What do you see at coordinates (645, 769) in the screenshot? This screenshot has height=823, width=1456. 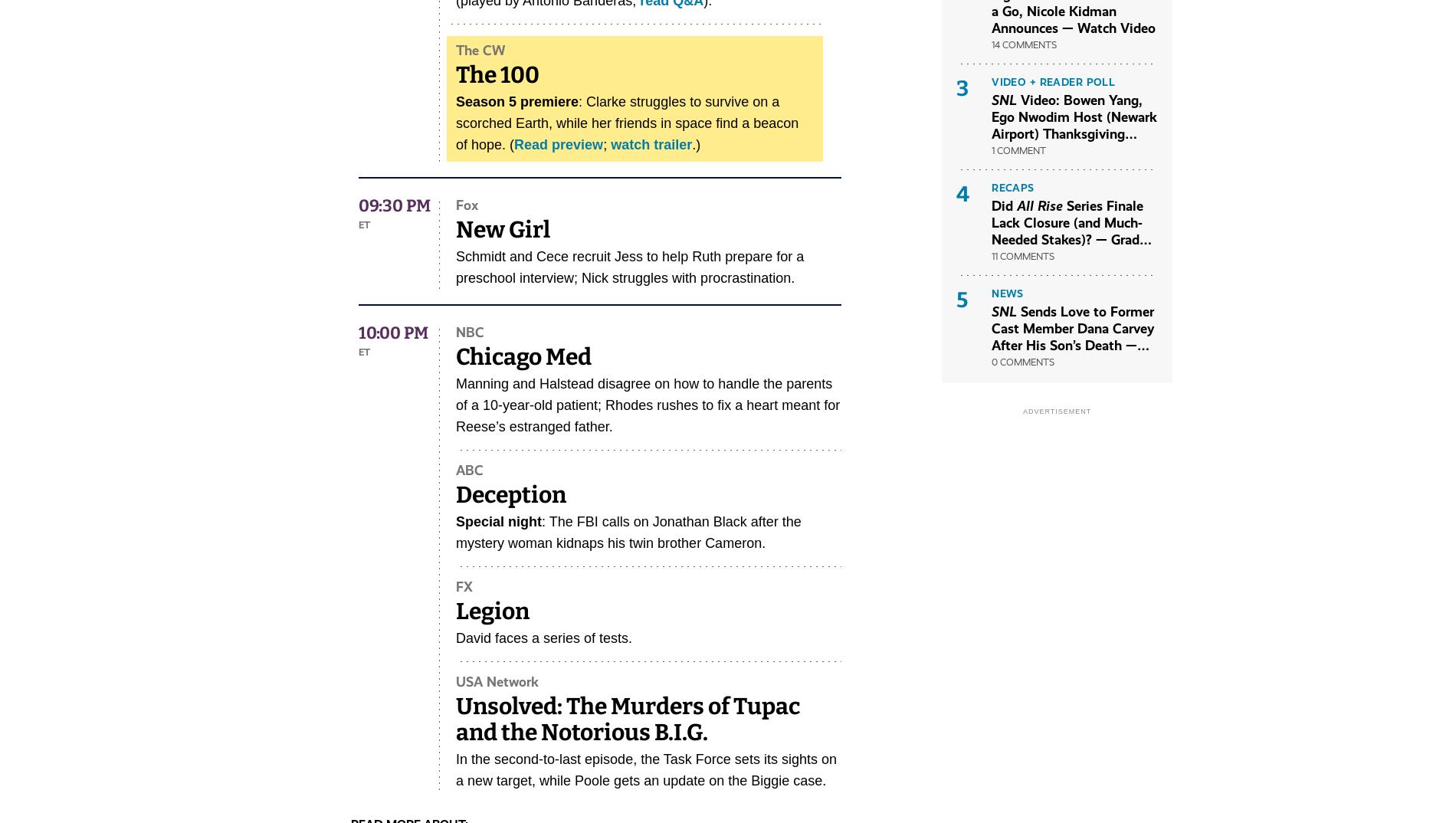 I see `'In the second-to-last episode, the Task Force sets its sights on a new target, while Poole gets an update on the Biggie case.'` at bounding box center [645, 769].